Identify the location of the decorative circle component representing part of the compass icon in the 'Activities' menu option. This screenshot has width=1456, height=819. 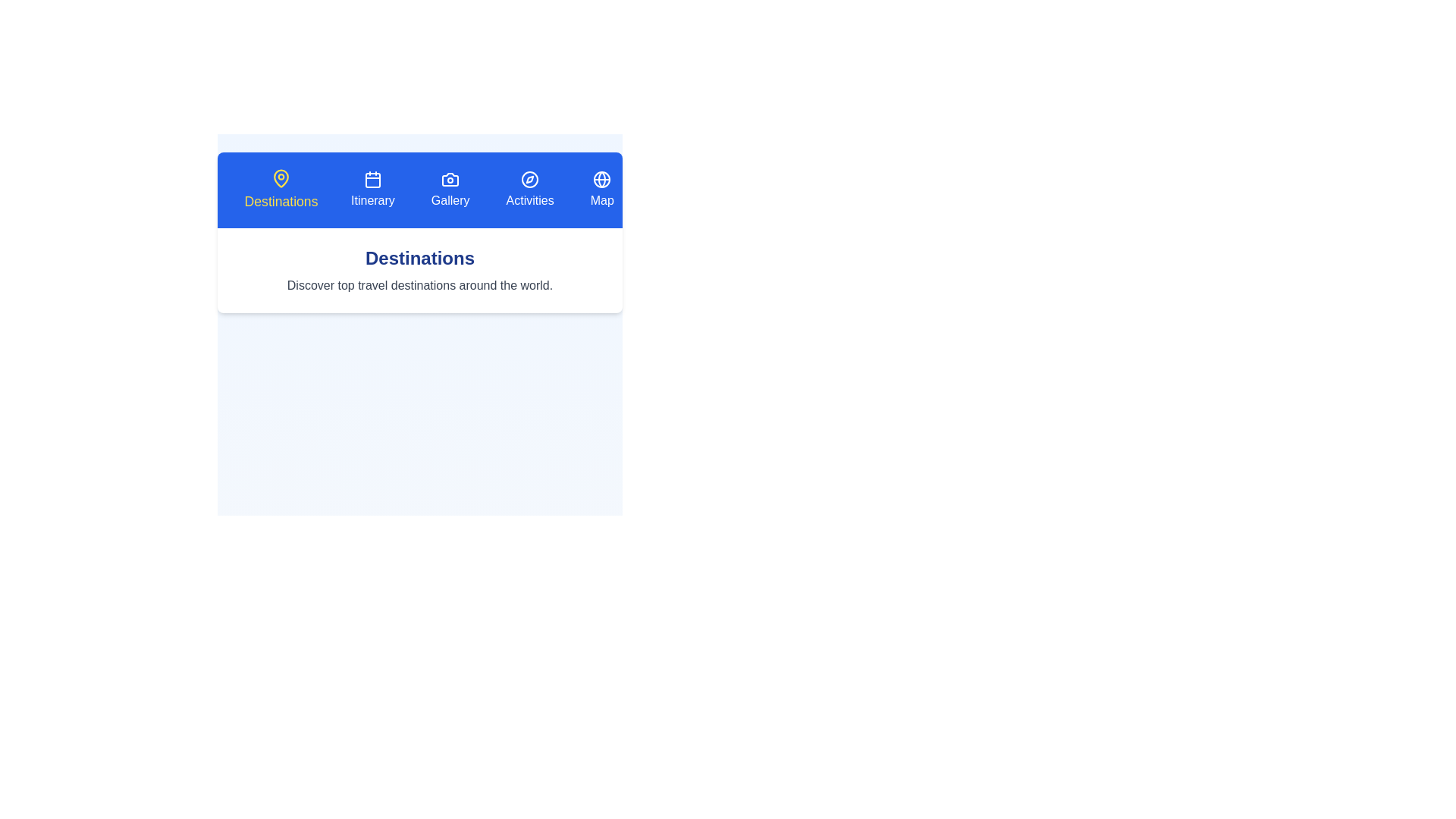
(530, 178).